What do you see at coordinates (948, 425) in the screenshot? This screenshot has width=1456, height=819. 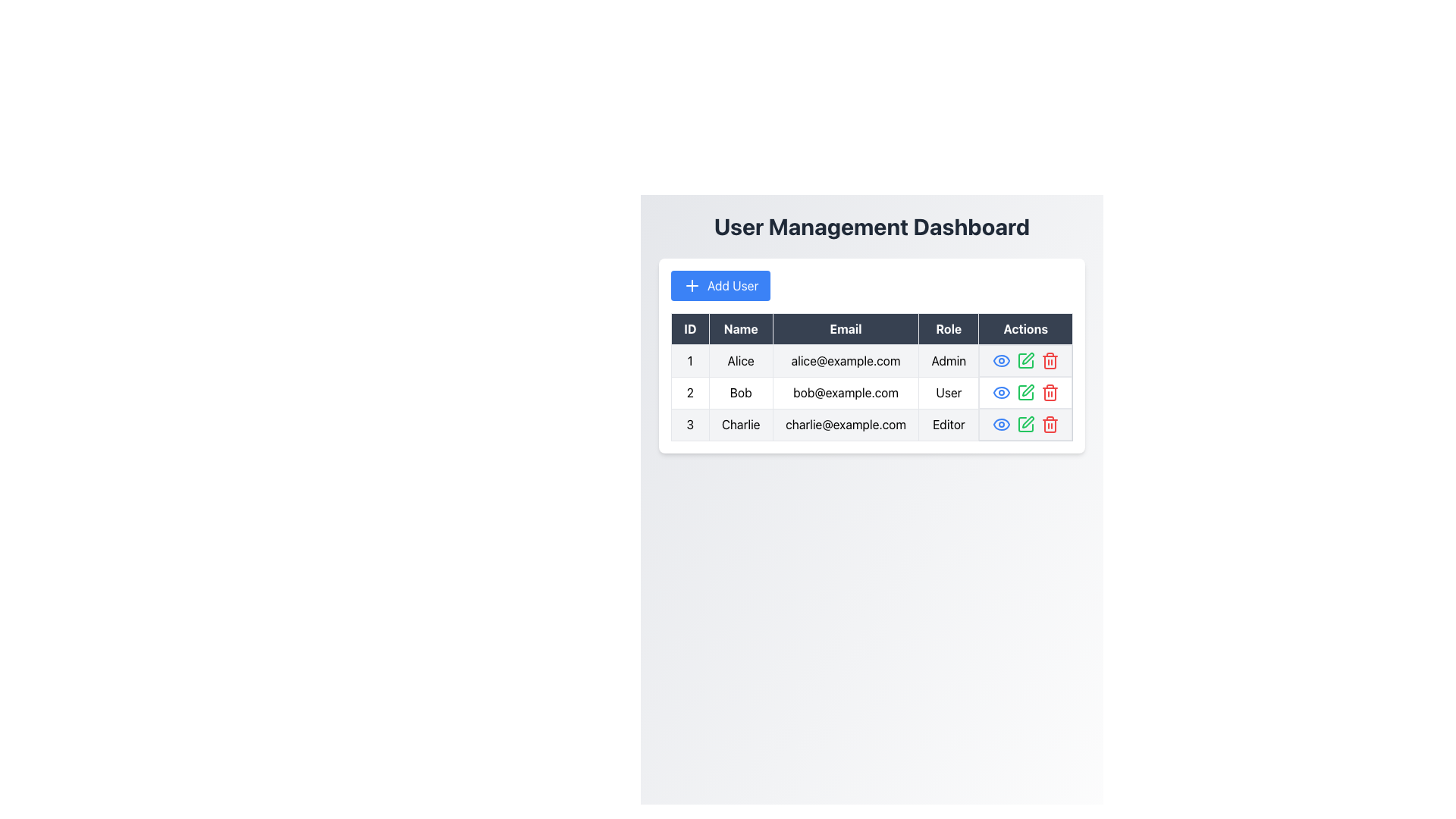 I see `the Text Label displaying the role assigned to the user 'Charlie' in the user management interface, located in the fourth cell of the third row of the table` at bounding box center [948, 425].